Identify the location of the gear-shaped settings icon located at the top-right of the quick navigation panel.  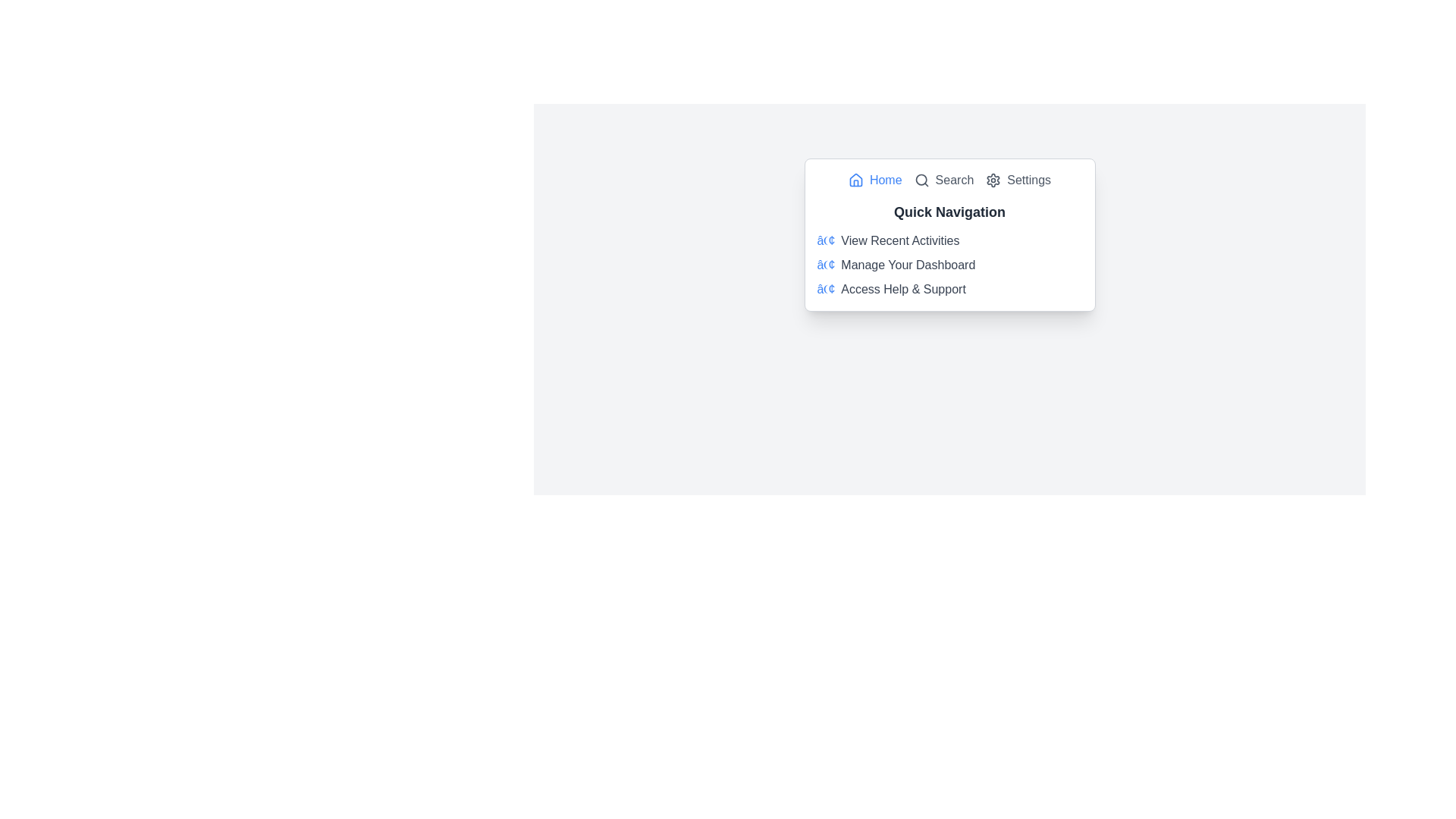
(993, 180).